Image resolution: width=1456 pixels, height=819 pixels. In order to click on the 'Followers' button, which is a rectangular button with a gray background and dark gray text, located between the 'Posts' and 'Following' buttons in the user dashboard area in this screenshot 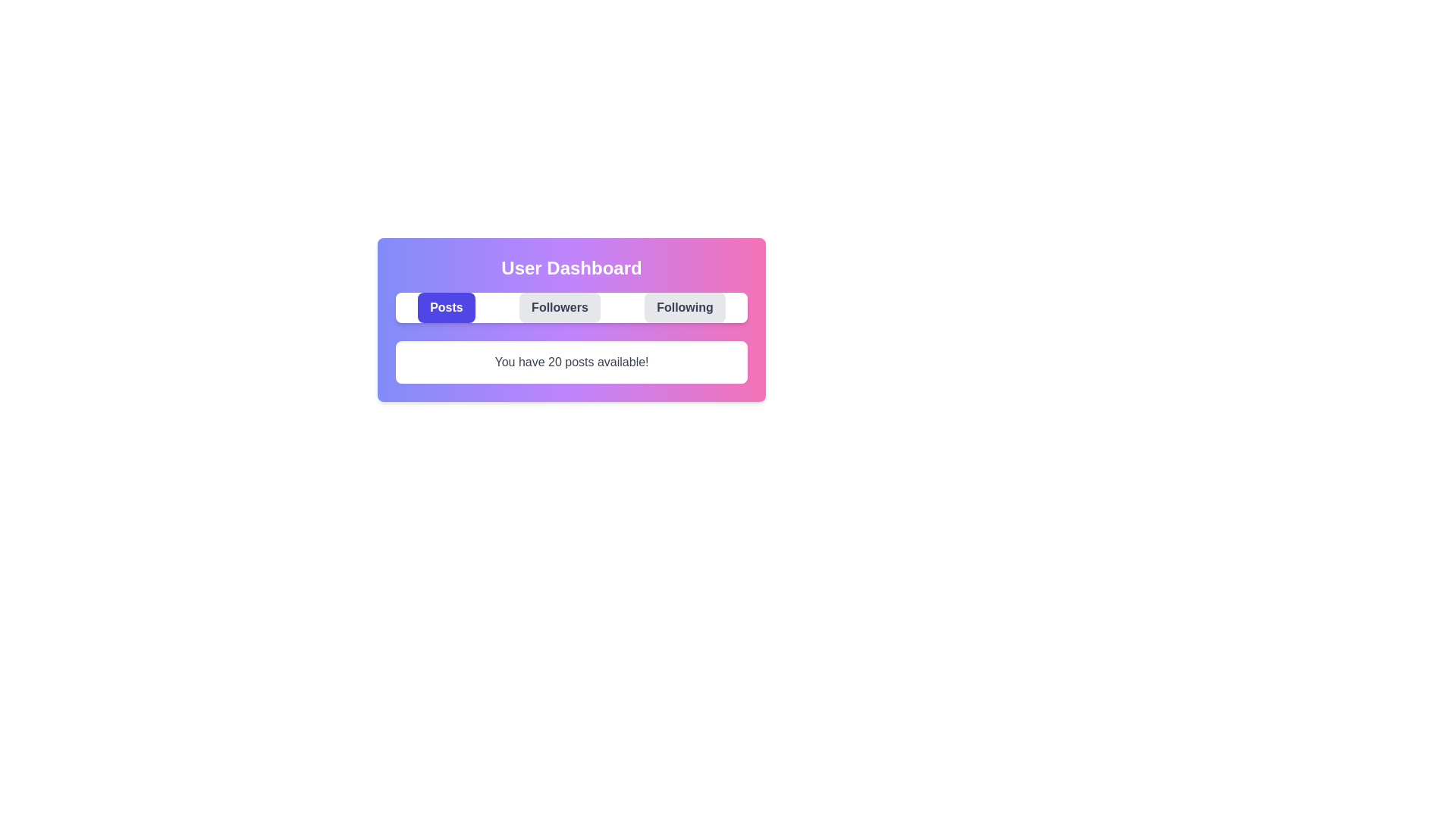, I will do `click(559, 307)`.